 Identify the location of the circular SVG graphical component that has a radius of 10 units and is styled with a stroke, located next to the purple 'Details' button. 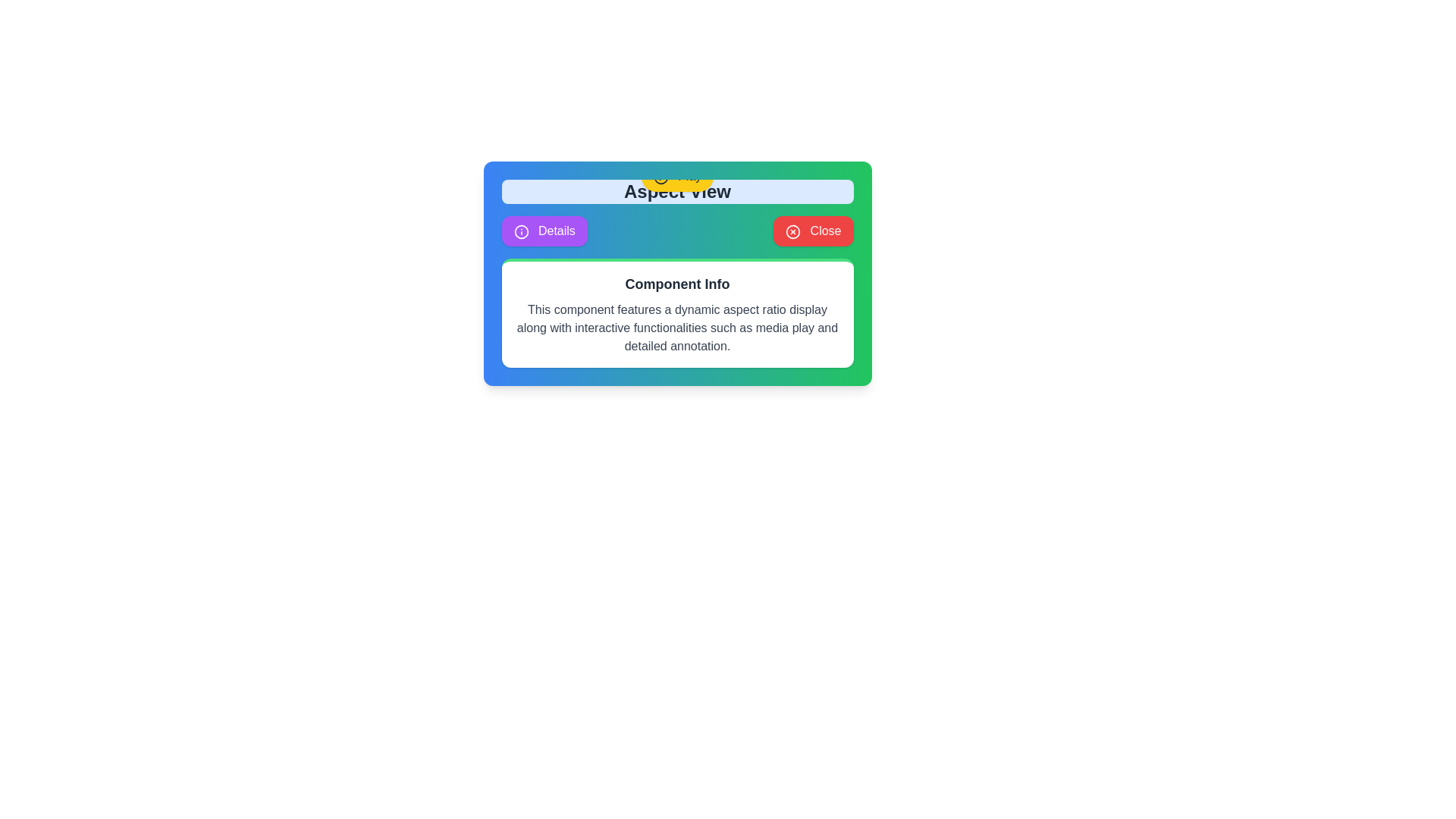
(521, 231).